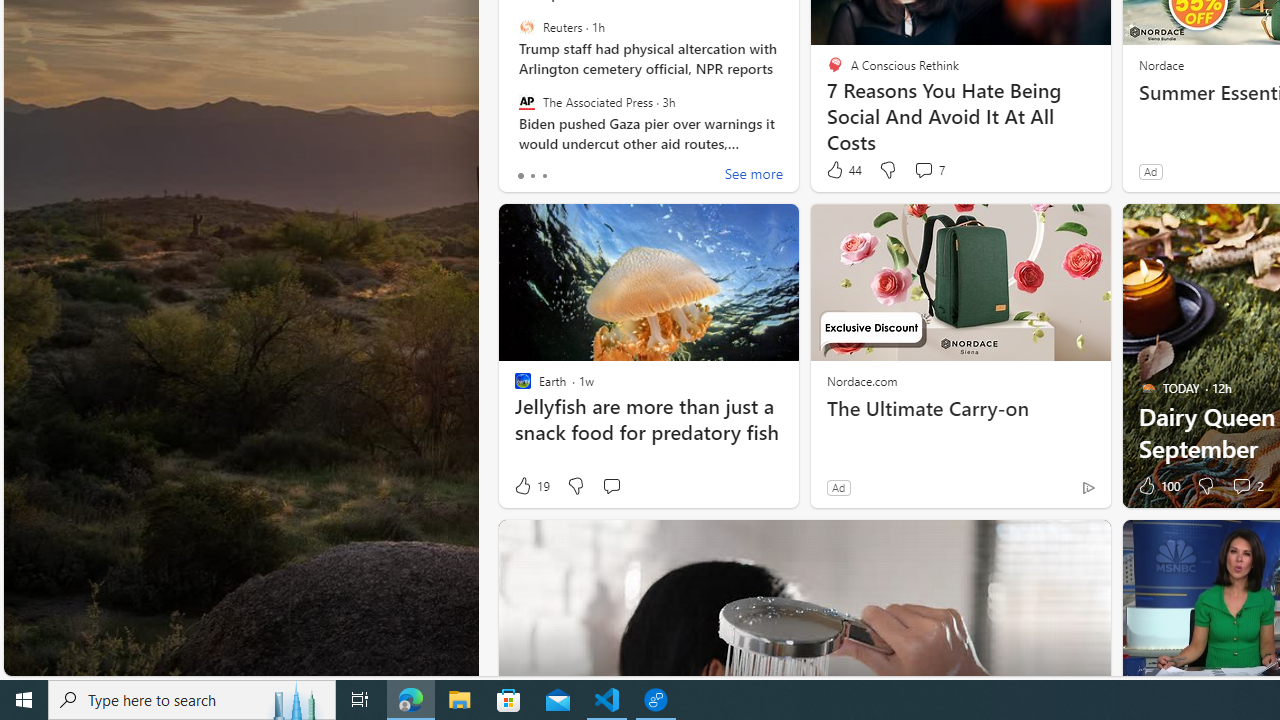  What do you see at coordinates (1160, 63) in the screenshot?
I see `'Nordace'` at bounding box center [1160, 63].